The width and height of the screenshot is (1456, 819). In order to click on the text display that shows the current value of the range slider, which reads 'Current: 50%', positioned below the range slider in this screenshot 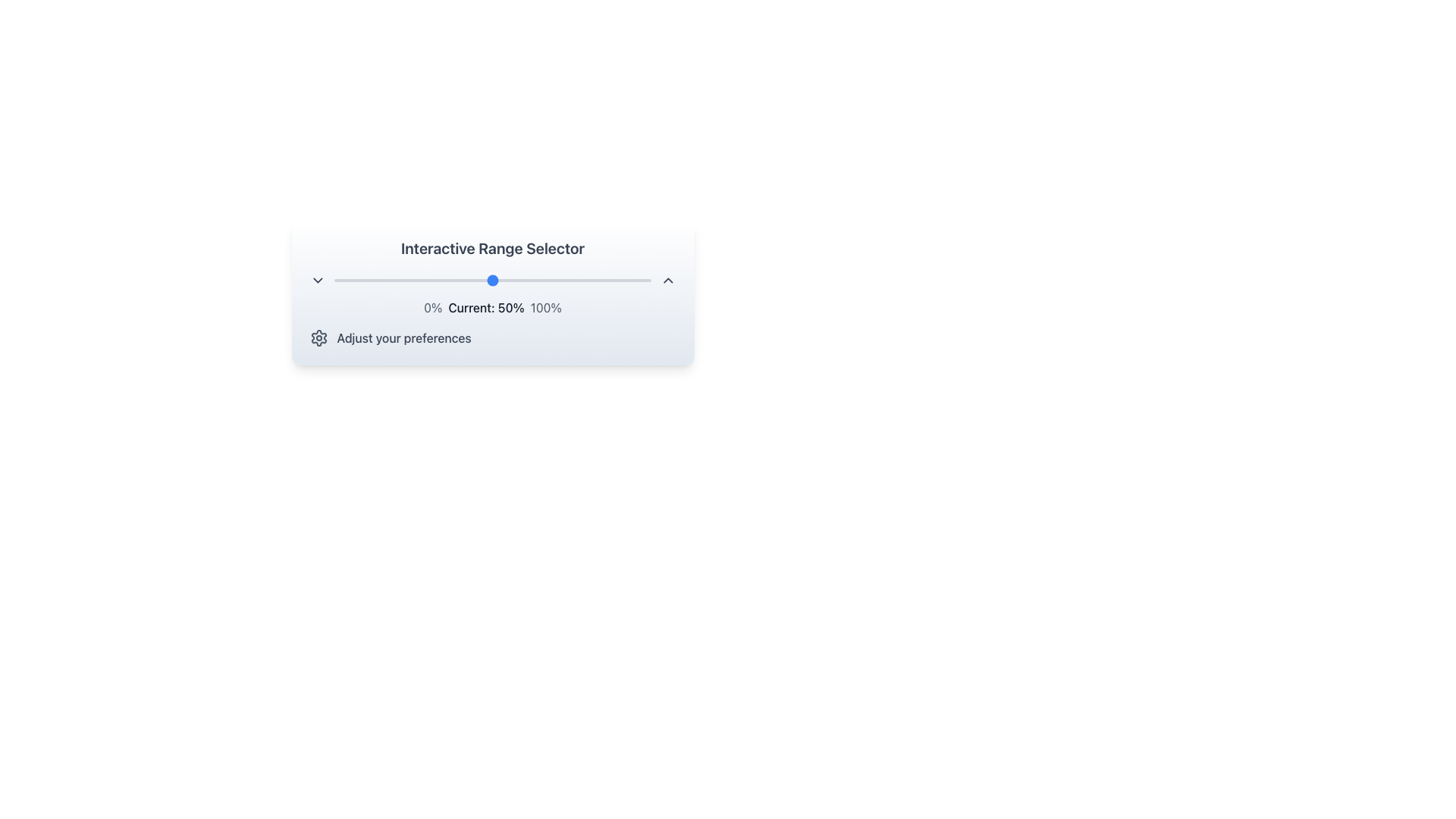, I will do `click(492, 307)`.